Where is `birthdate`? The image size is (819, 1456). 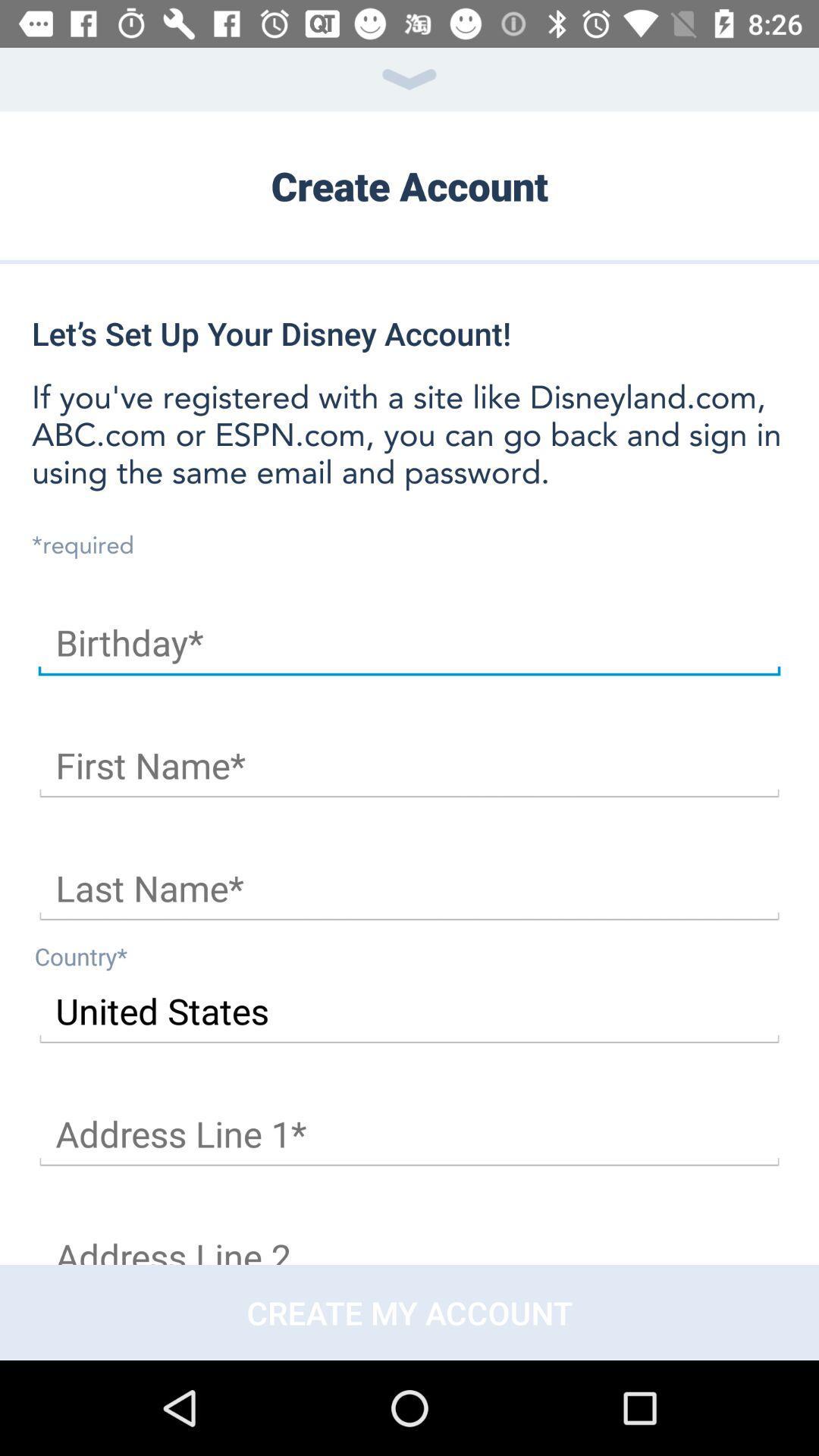 birthdate is located at coordinates (409, 643).